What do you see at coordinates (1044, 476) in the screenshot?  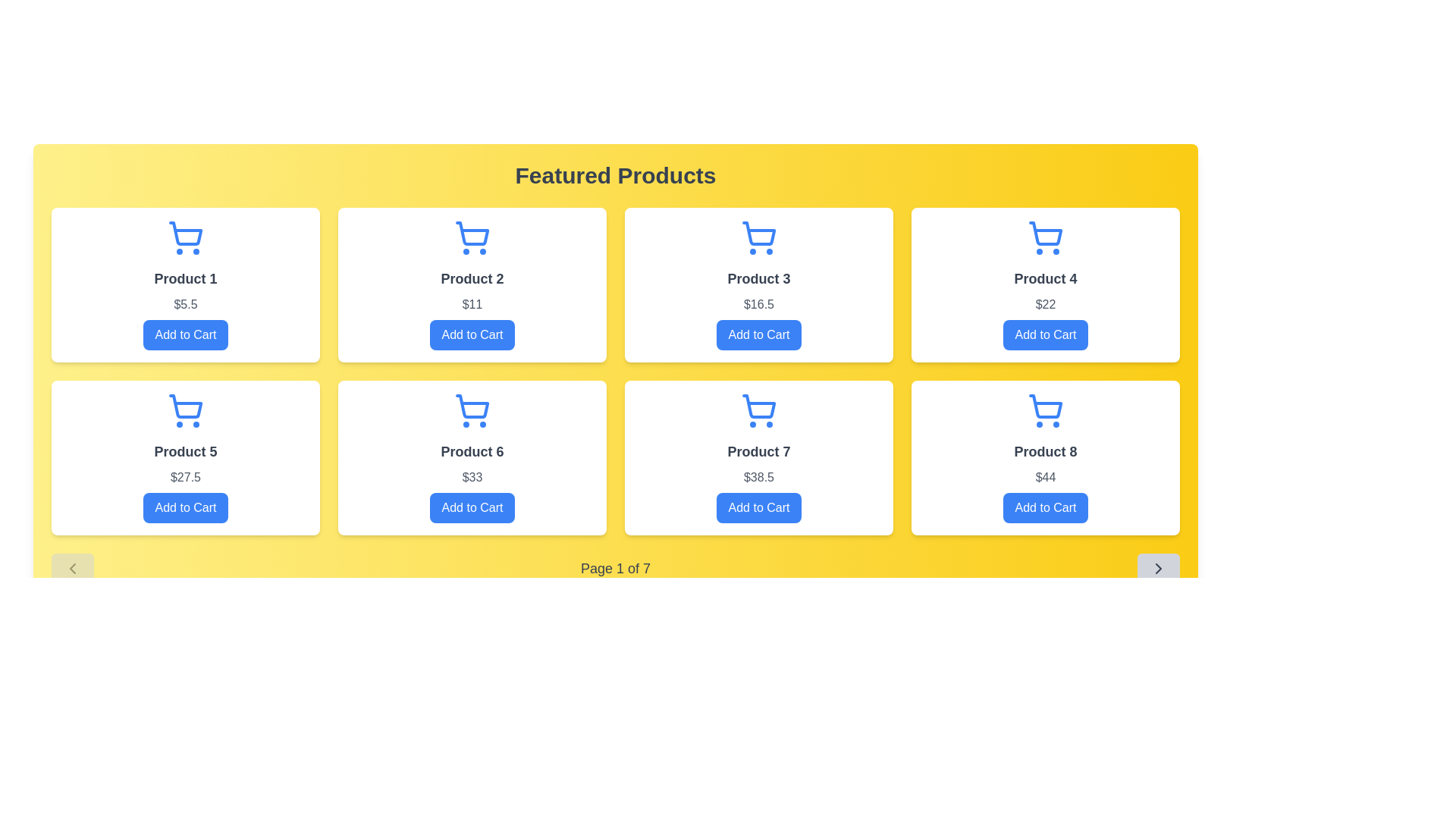 I see `the text display showing the price of 'Product 8', located in the third row and fourth column of the product grid, below the product title and above the 'Add to Cart' button` at bounding box center [1044, 476].